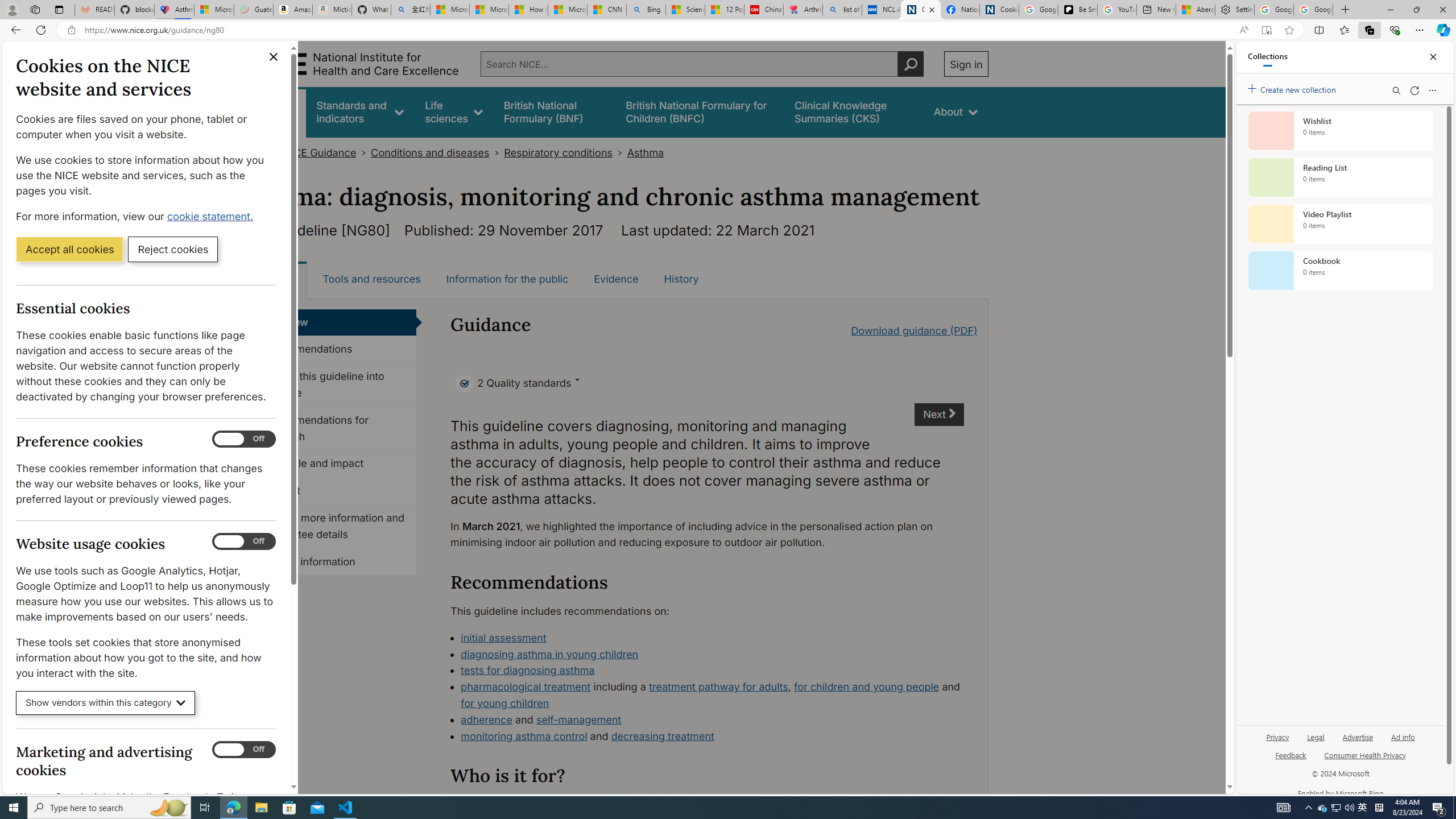 The height and width of the screenshot is (819, 1456). Describe the element at coordinates (260, 152) in the screenshot. I see `'Home>'` at that location.